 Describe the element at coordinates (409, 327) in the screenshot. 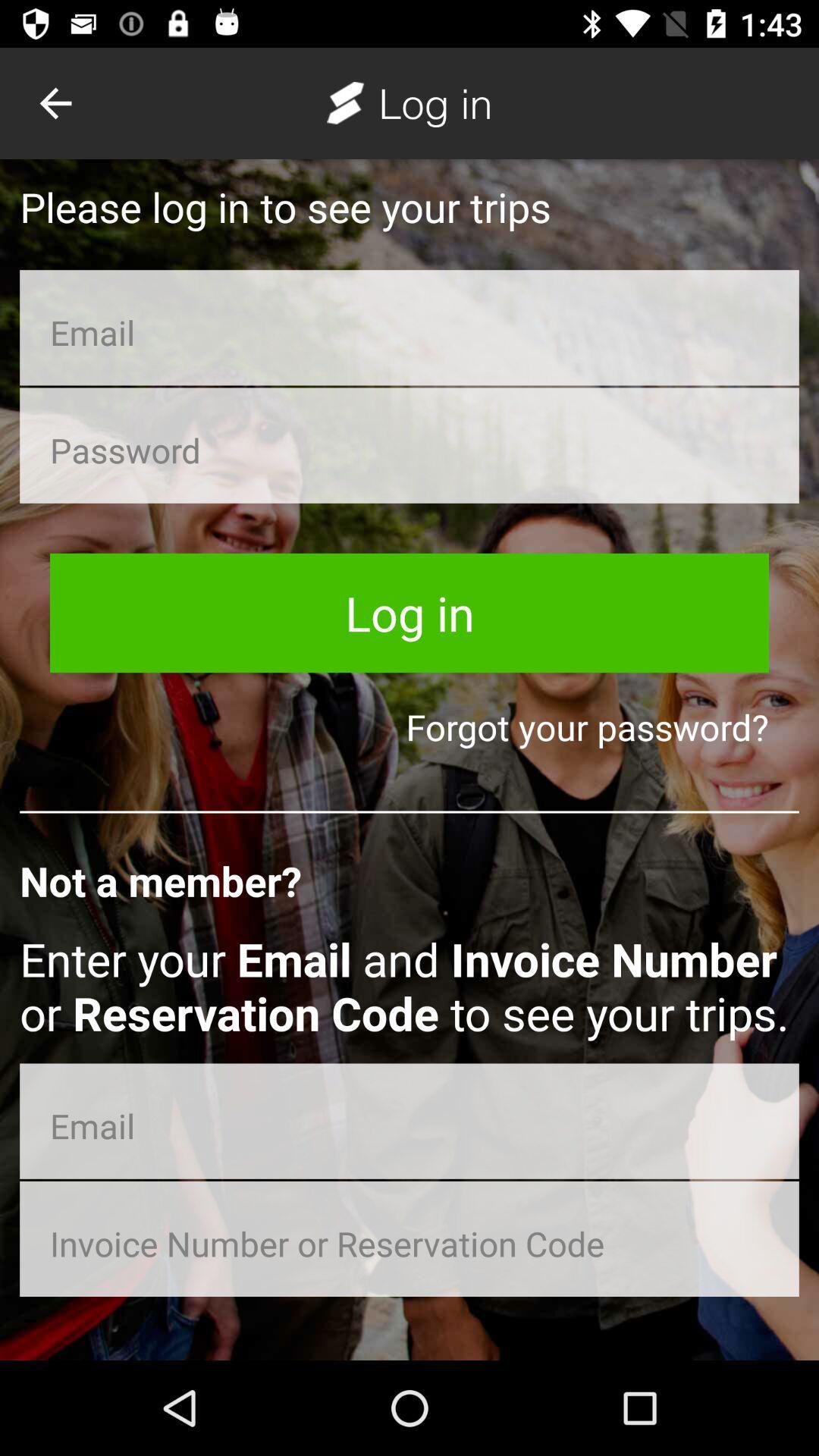

I see `text box to insert email` at that location.